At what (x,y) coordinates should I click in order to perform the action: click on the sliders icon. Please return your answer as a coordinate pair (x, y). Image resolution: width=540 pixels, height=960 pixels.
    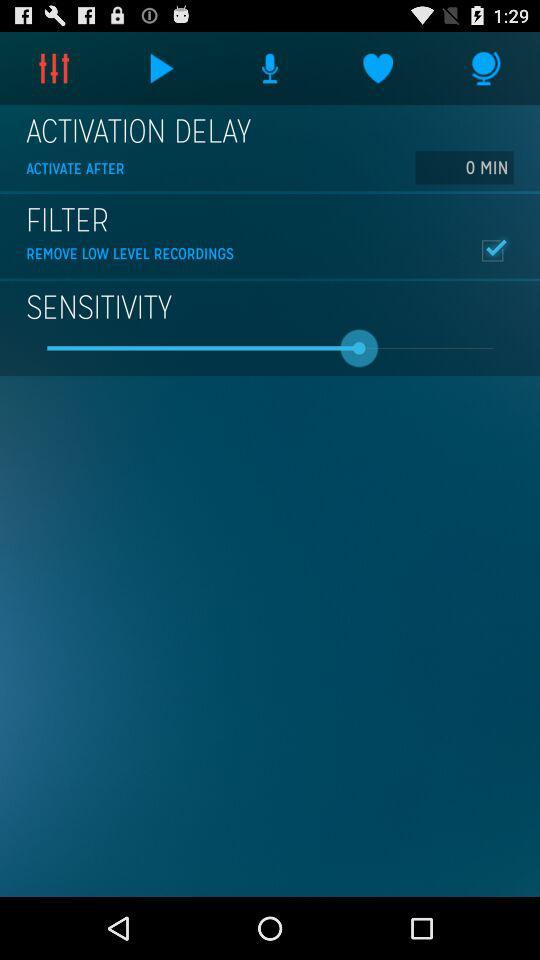
    Looking at the image, I should click on (54, 72).